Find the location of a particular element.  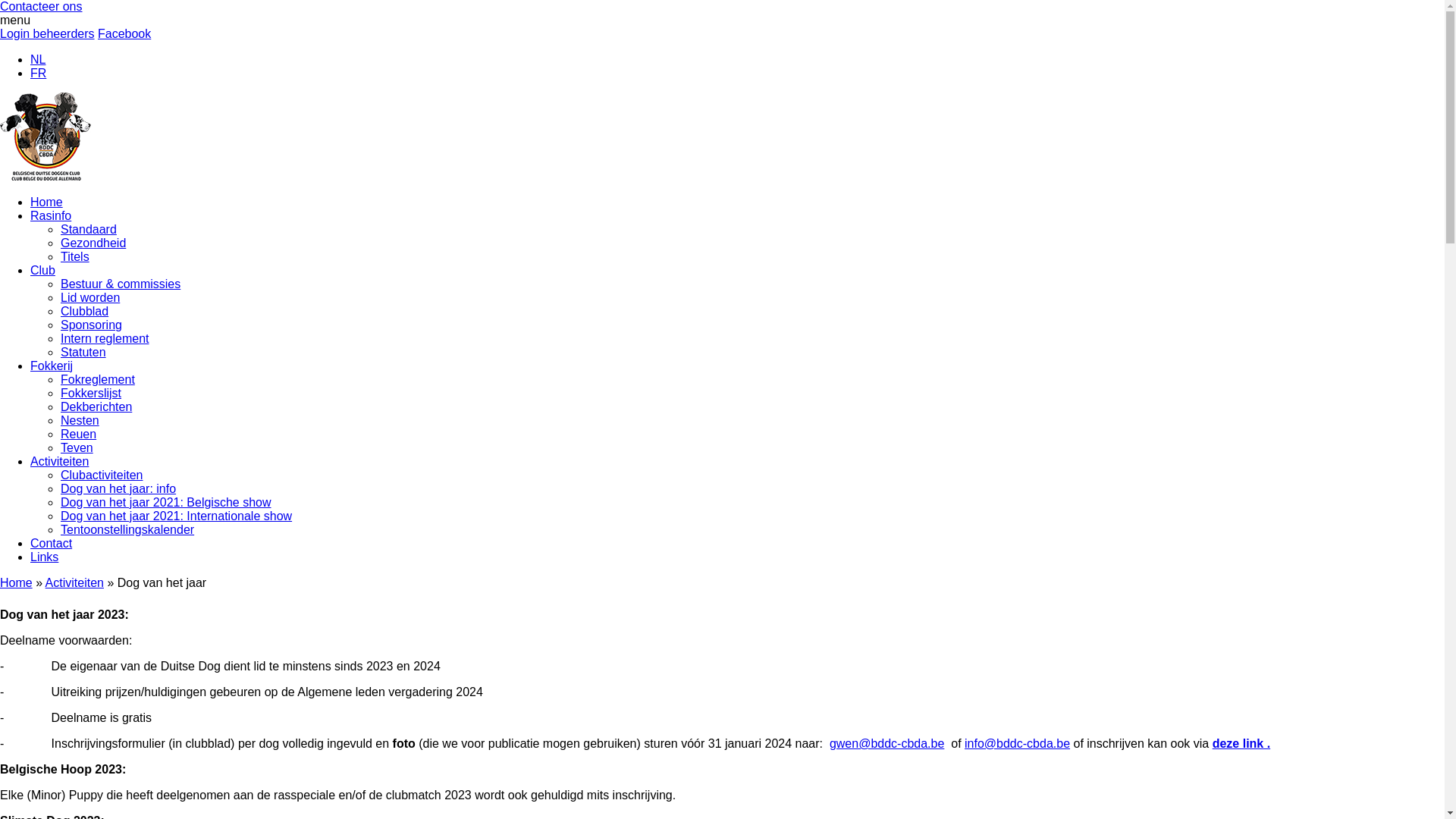

'Home' is located at coordinates (46, 201).